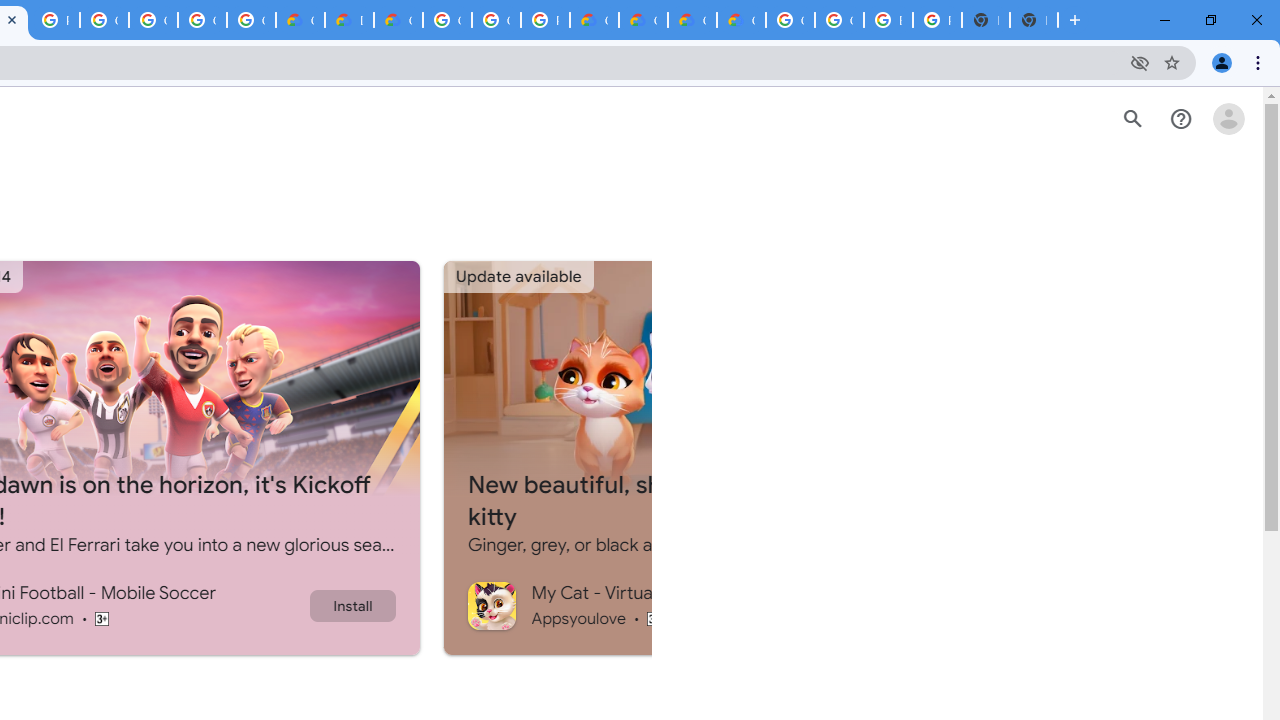  What do you see at coordinates (299, 20) in the screenshot?
I see `'Customer Care | Google Cloud'` at bounding box center [299, 20].